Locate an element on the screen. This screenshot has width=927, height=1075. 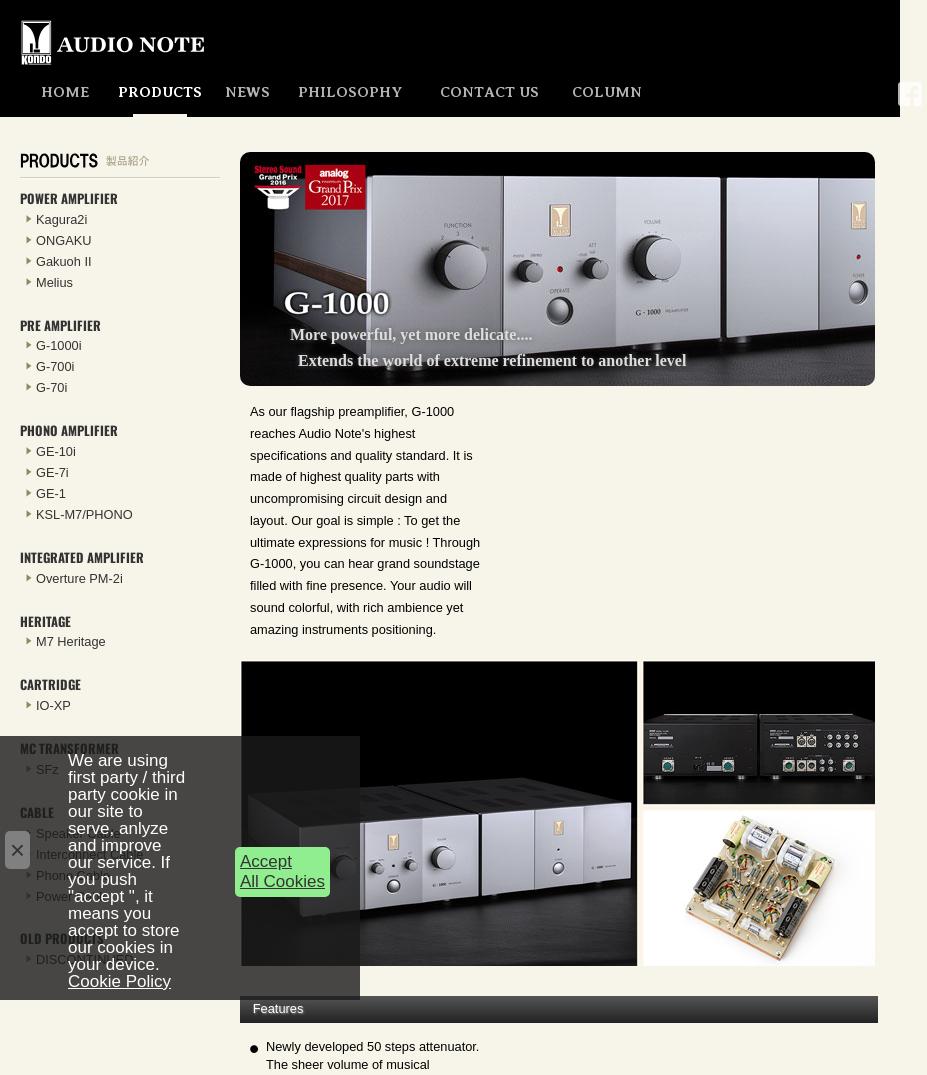
'IO-XP' is located at coordinates (52, 704).